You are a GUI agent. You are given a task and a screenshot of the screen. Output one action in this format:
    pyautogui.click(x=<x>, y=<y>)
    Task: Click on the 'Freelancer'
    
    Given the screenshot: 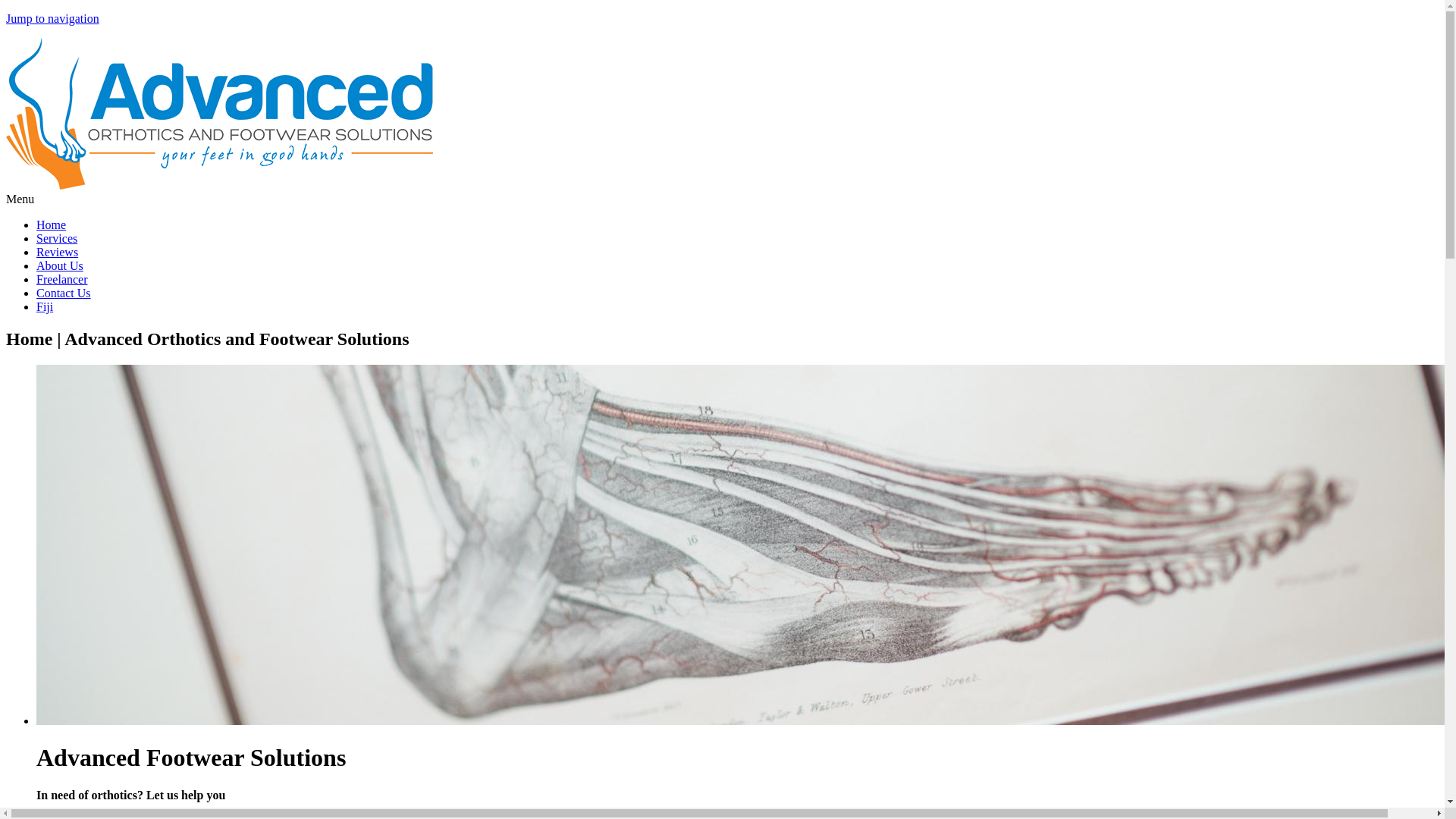 What is the action you would take?
    pyautogui.click(x=61, y=279)
    